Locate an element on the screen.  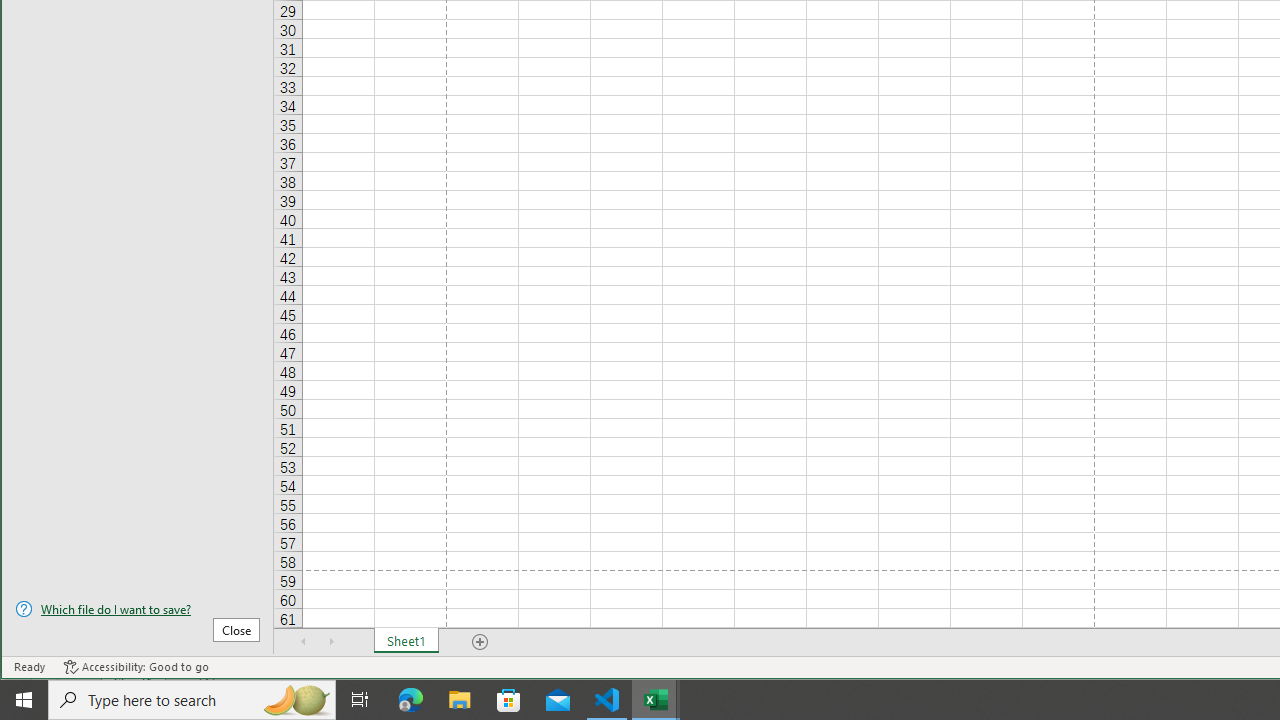
'Type here to search' is located at coordinates (192, 698).